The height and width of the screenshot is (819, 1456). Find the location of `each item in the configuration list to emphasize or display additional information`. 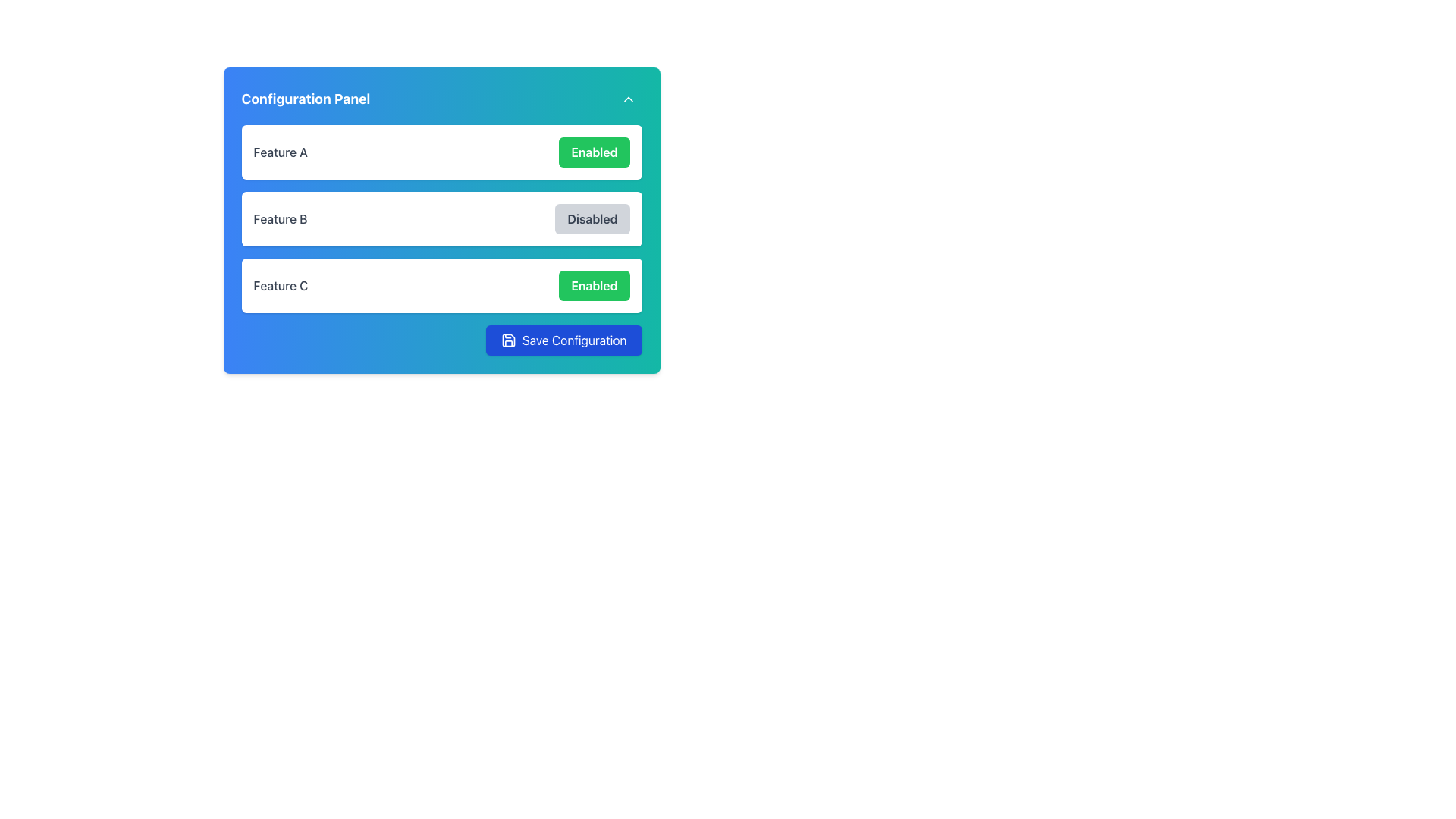

each item in the configuration list to emphasize or display additional information is located at coordinates (441, 219).